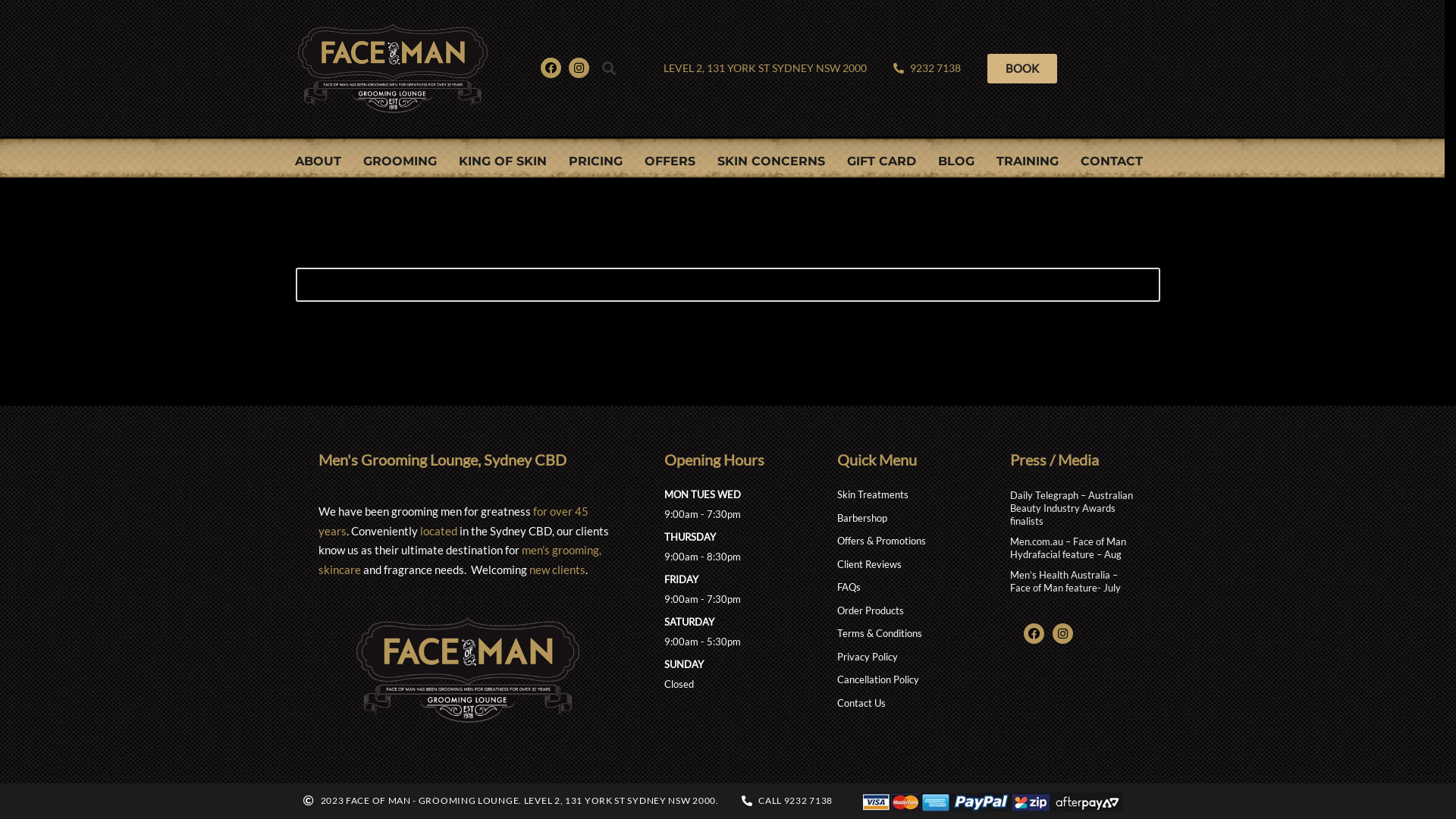 The height and width of the screenshot is (819, 1456). What do you see at coordinates (669, 161) in the screenshot?
I see `'OFFERS'` at bounding box center [669, 161].